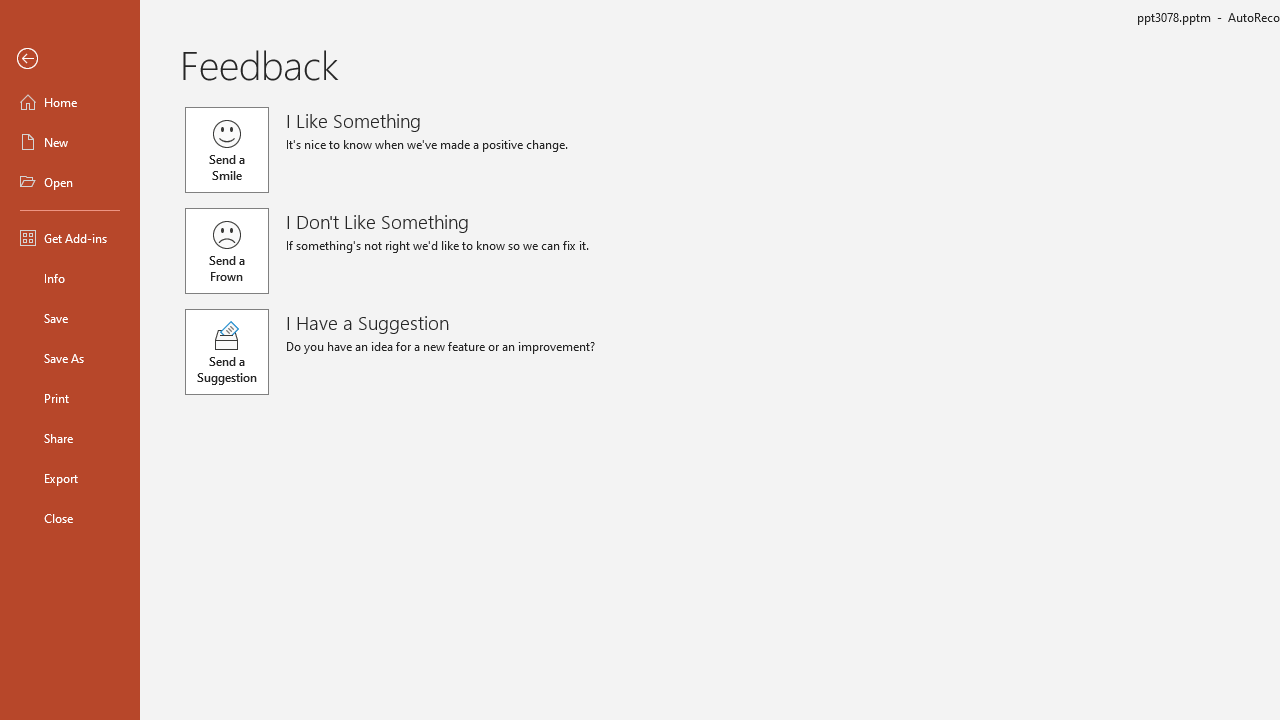 The image size is (1280, 720). What do you see at coordinates (69, 140) in the screenshot?
I see `'New'` at bounding box center [69, 140].